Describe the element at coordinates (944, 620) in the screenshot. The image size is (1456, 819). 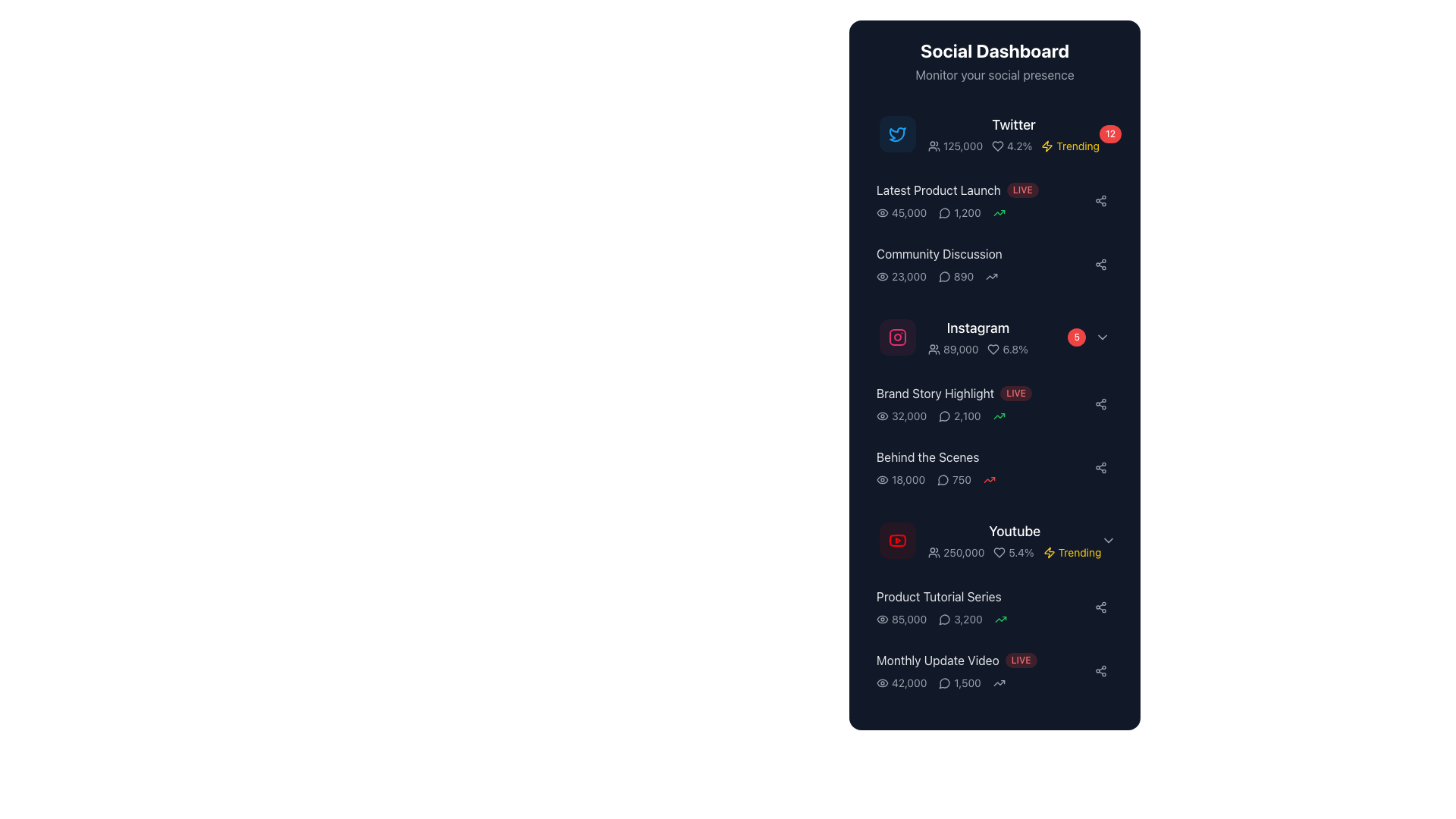
I see `the circular speech bubble icon located in the 'Product Tutorial Series' section, adjacent to the text '3,200', indicating comments or messages` at that location.